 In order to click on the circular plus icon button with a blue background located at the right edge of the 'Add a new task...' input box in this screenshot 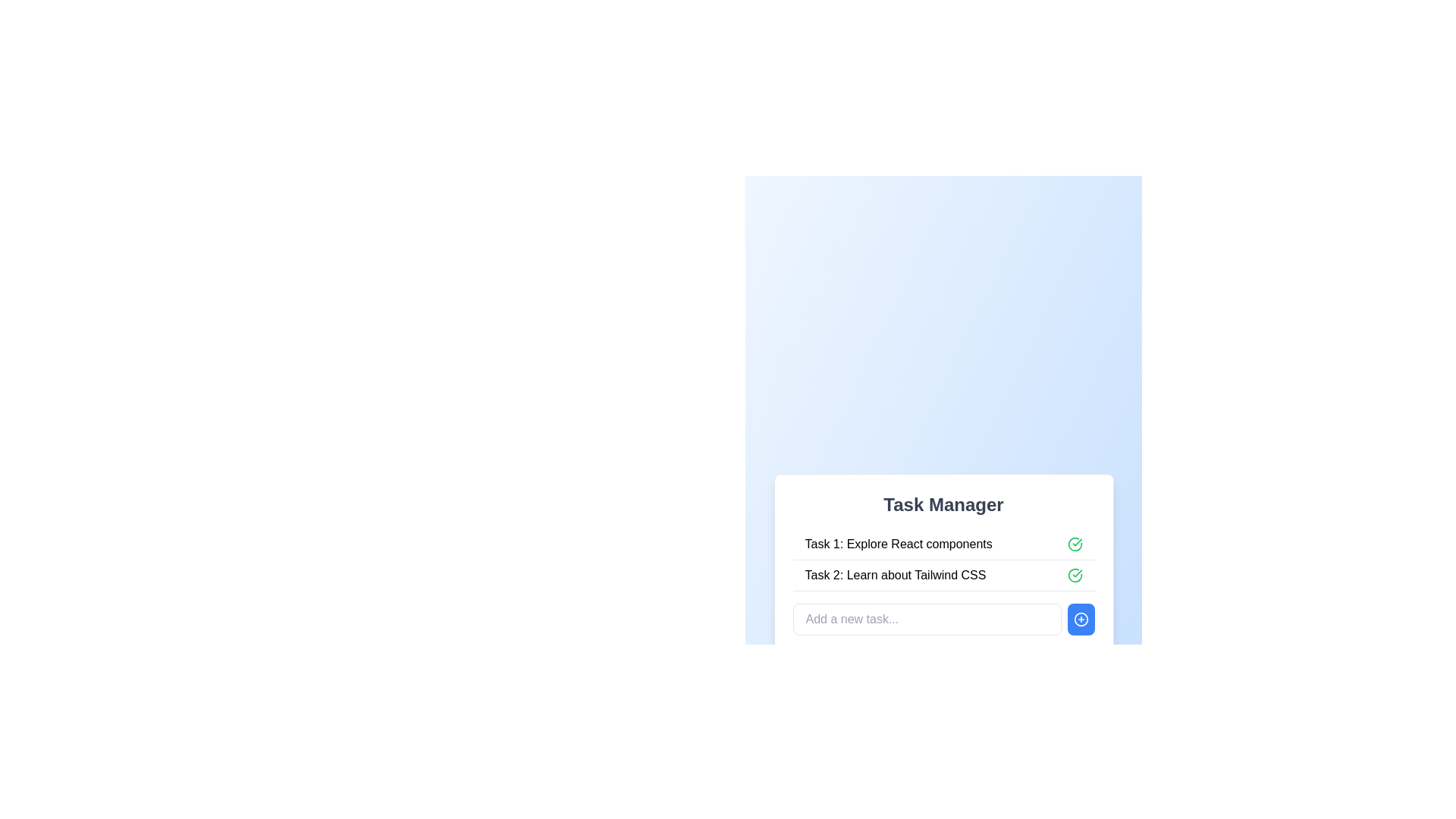, I will do `click(1080, 620)`.